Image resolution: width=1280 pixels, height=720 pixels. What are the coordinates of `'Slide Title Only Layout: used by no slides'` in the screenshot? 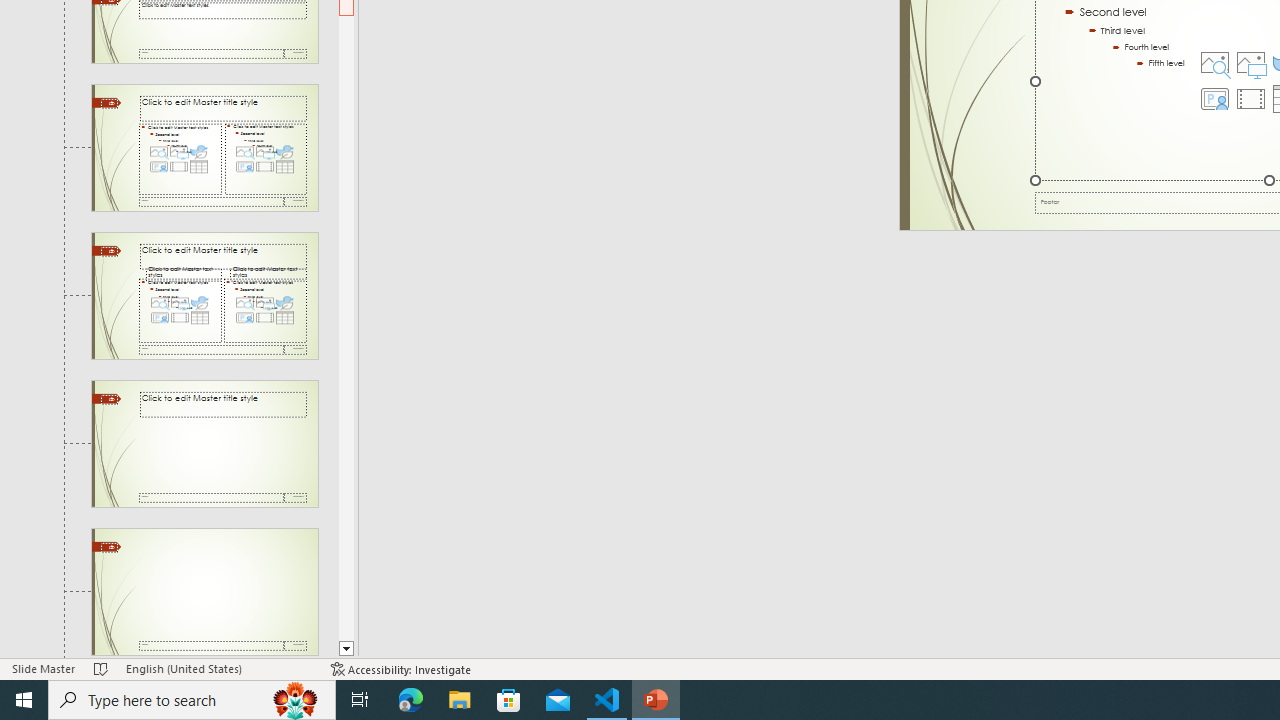 It's located at (204, 442).